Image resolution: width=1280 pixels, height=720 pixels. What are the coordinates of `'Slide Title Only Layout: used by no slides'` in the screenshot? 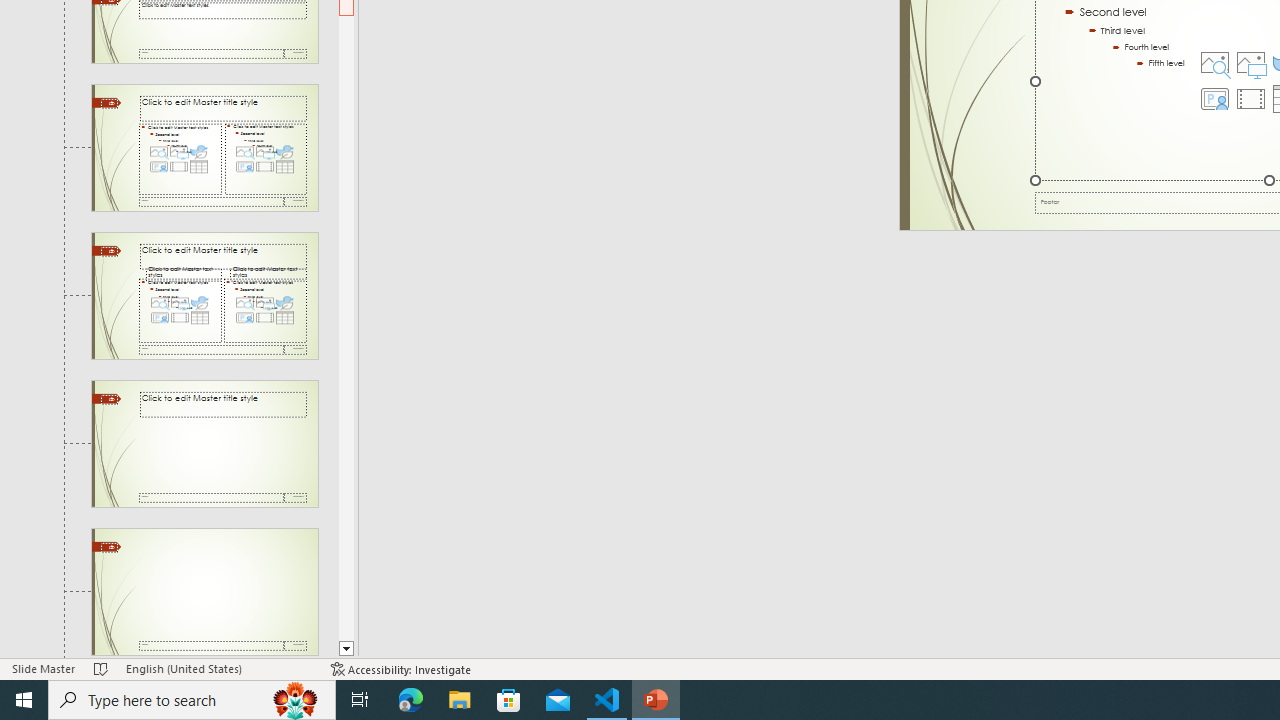 It's located at (204, 442).